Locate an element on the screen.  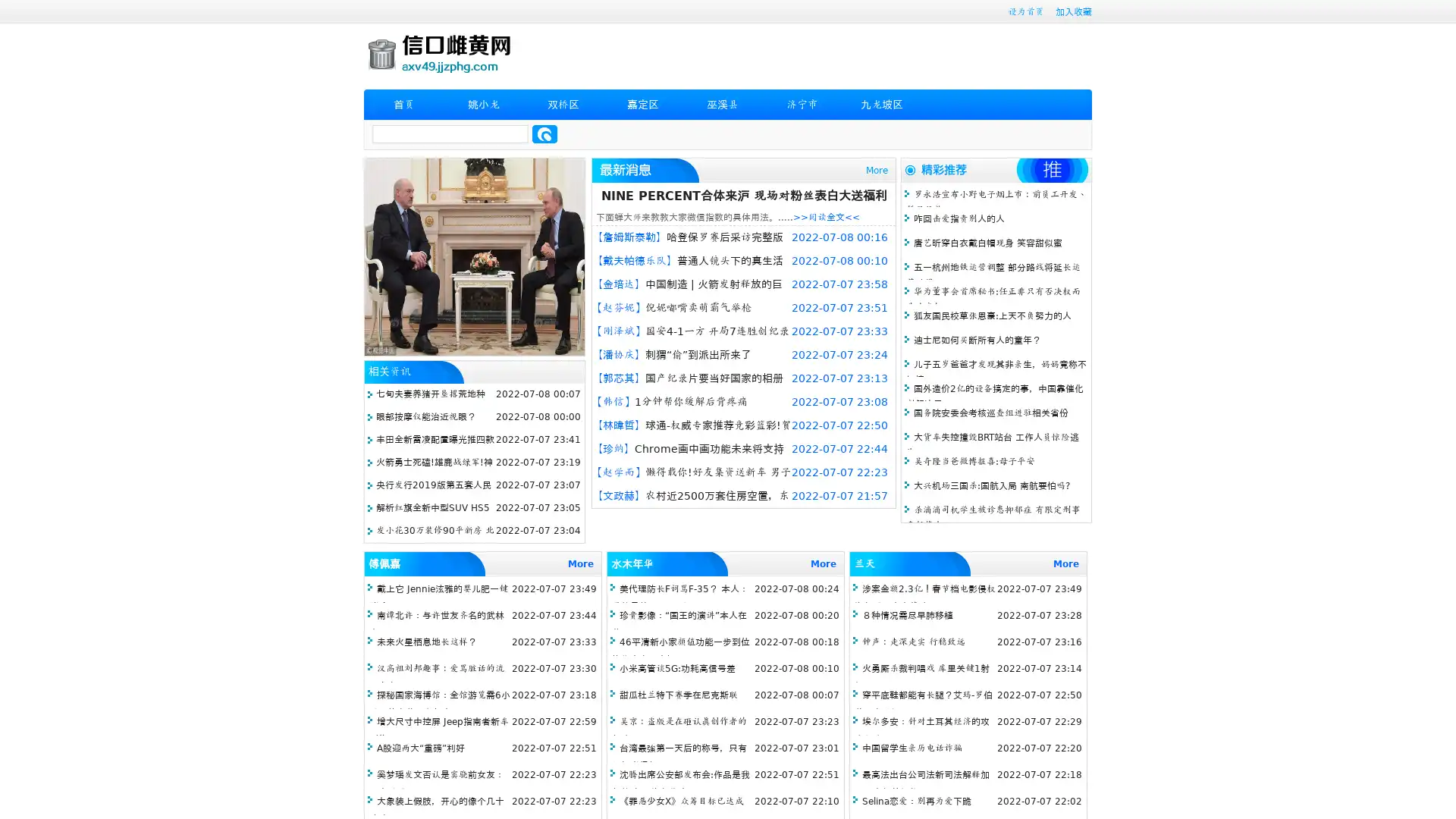
Search is located at coordinates (544, 133).